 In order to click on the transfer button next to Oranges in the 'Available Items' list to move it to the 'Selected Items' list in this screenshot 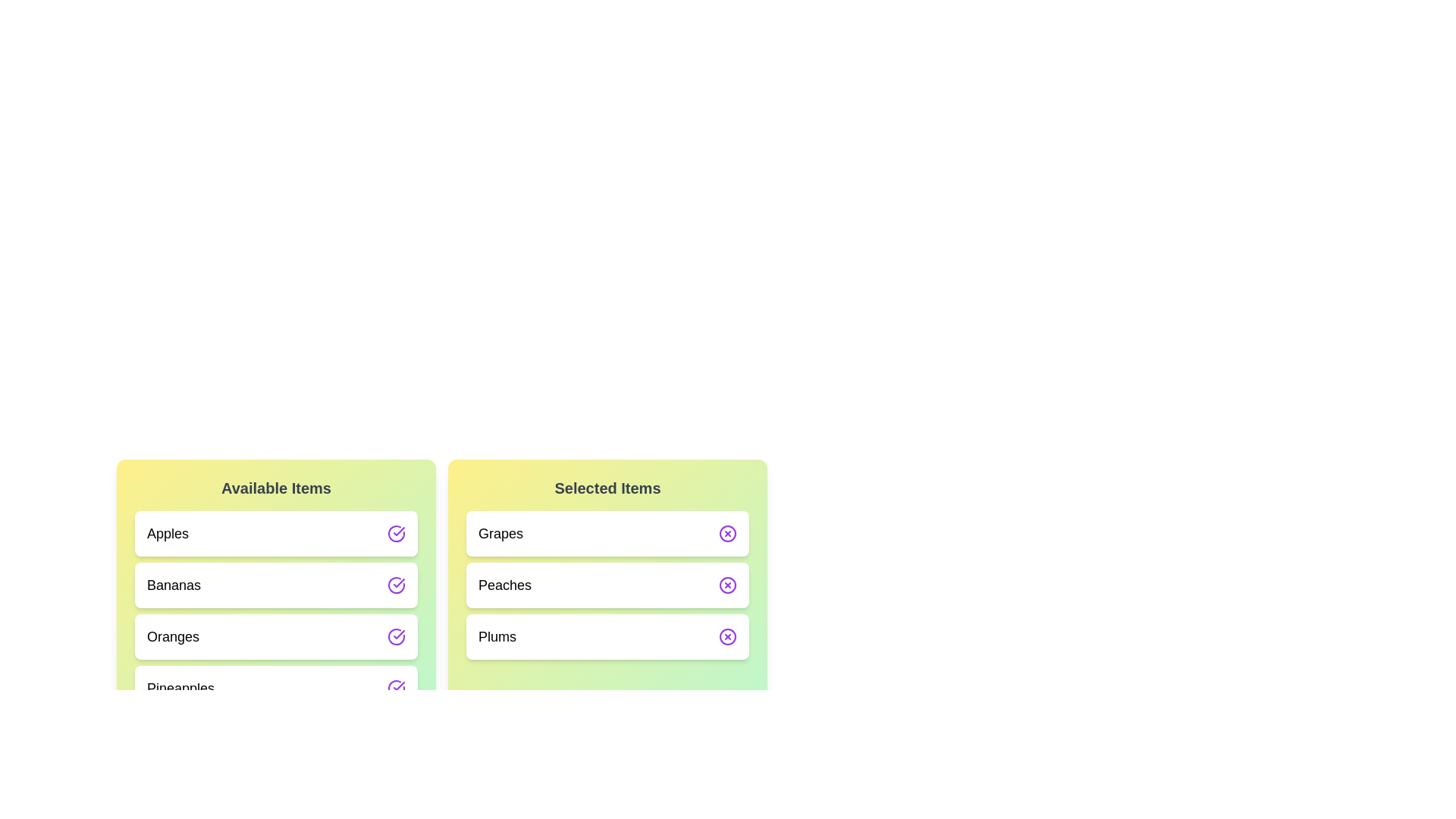, I will do `click(397, 637)`.